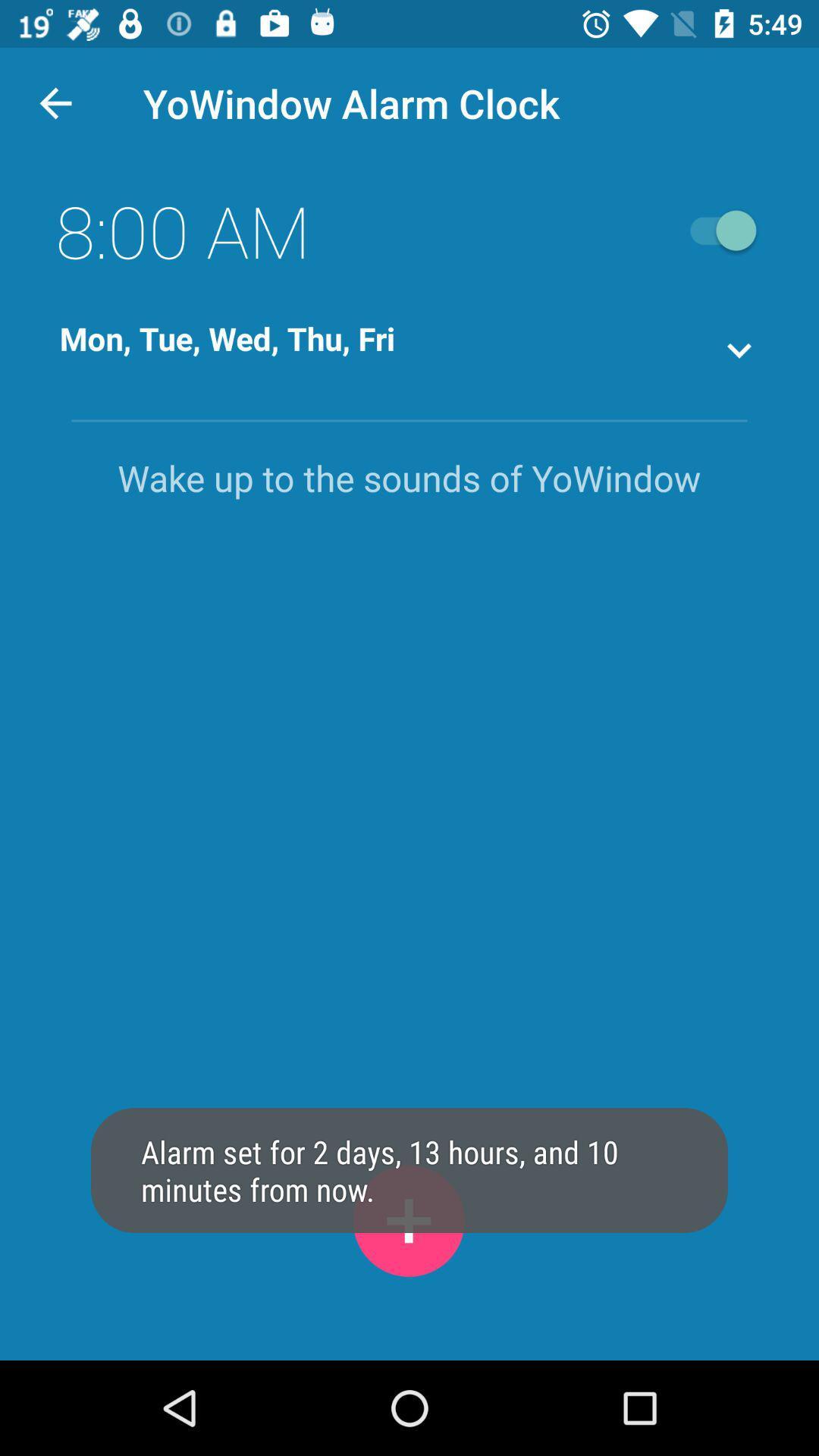 The image size is (819, 1456). I want to click on auto -play button, so click(716, 230).